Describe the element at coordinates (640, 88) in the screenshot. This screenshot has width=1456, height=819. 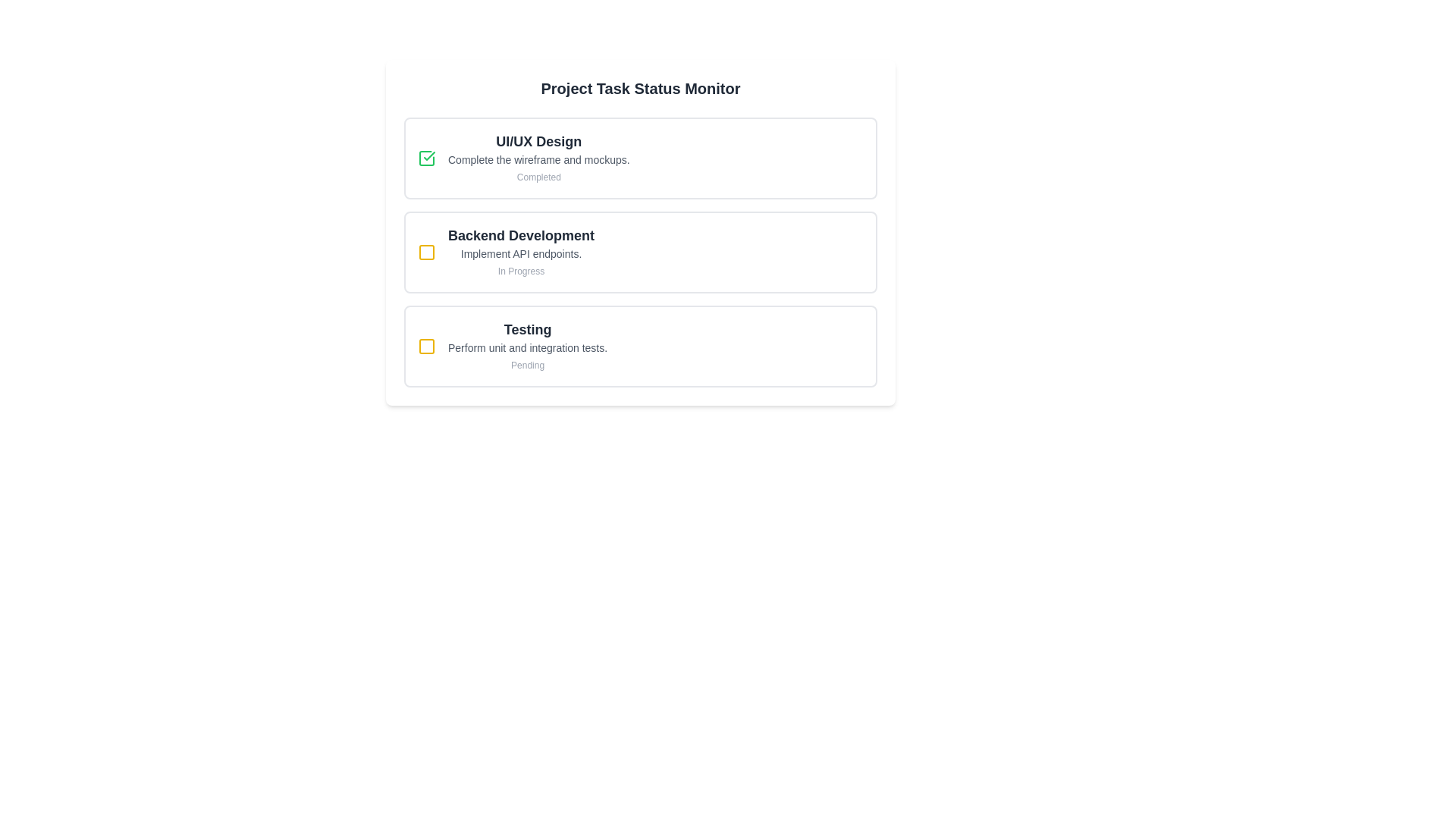
I see `text from the bold text label 'Project Task Status Monitor', which is prominently displayed at the top of a card or panel` at that location.